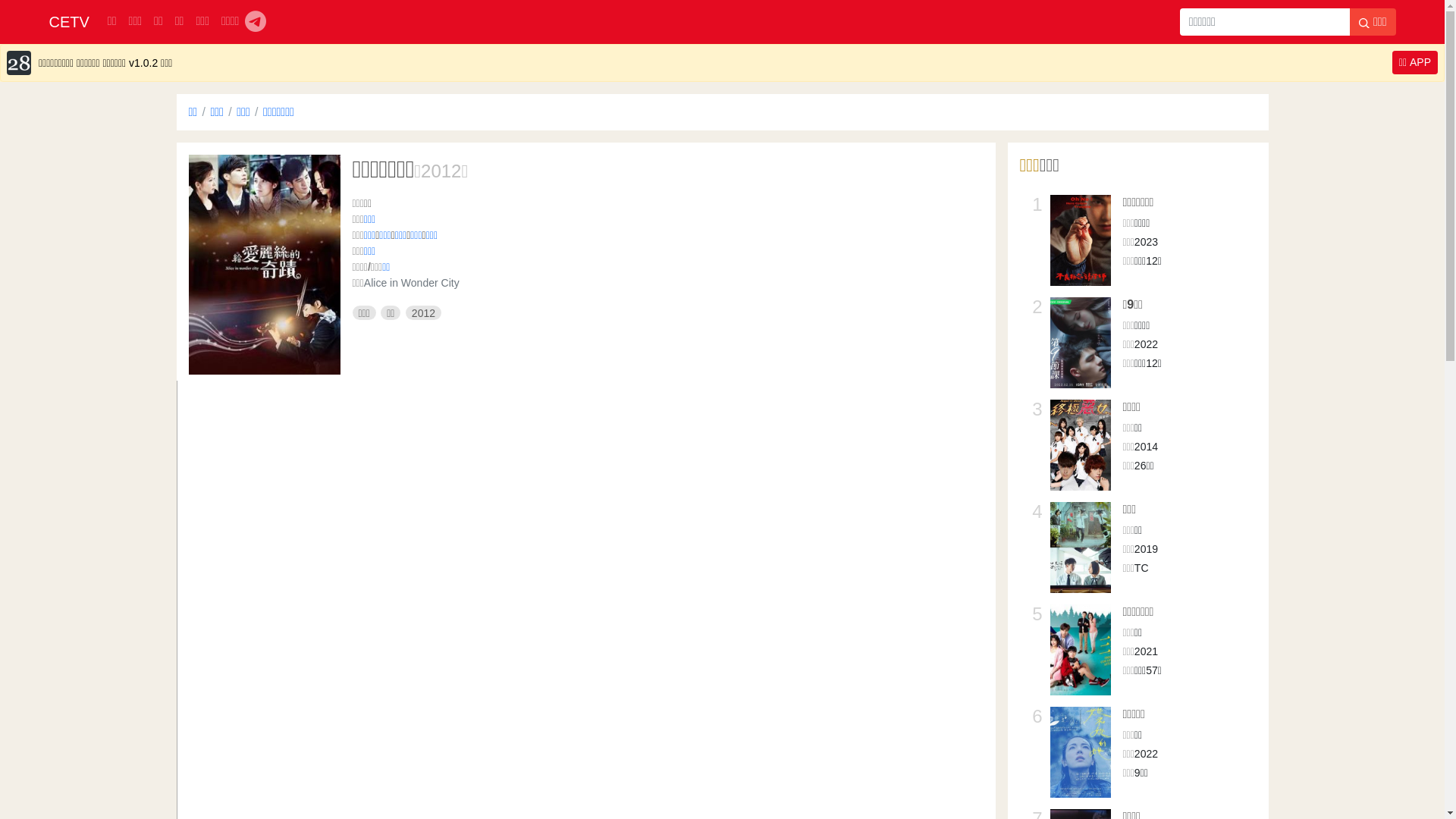  Describe the element at coordinates (423, 312) in the screenshot. I see `'2012'` at that location.